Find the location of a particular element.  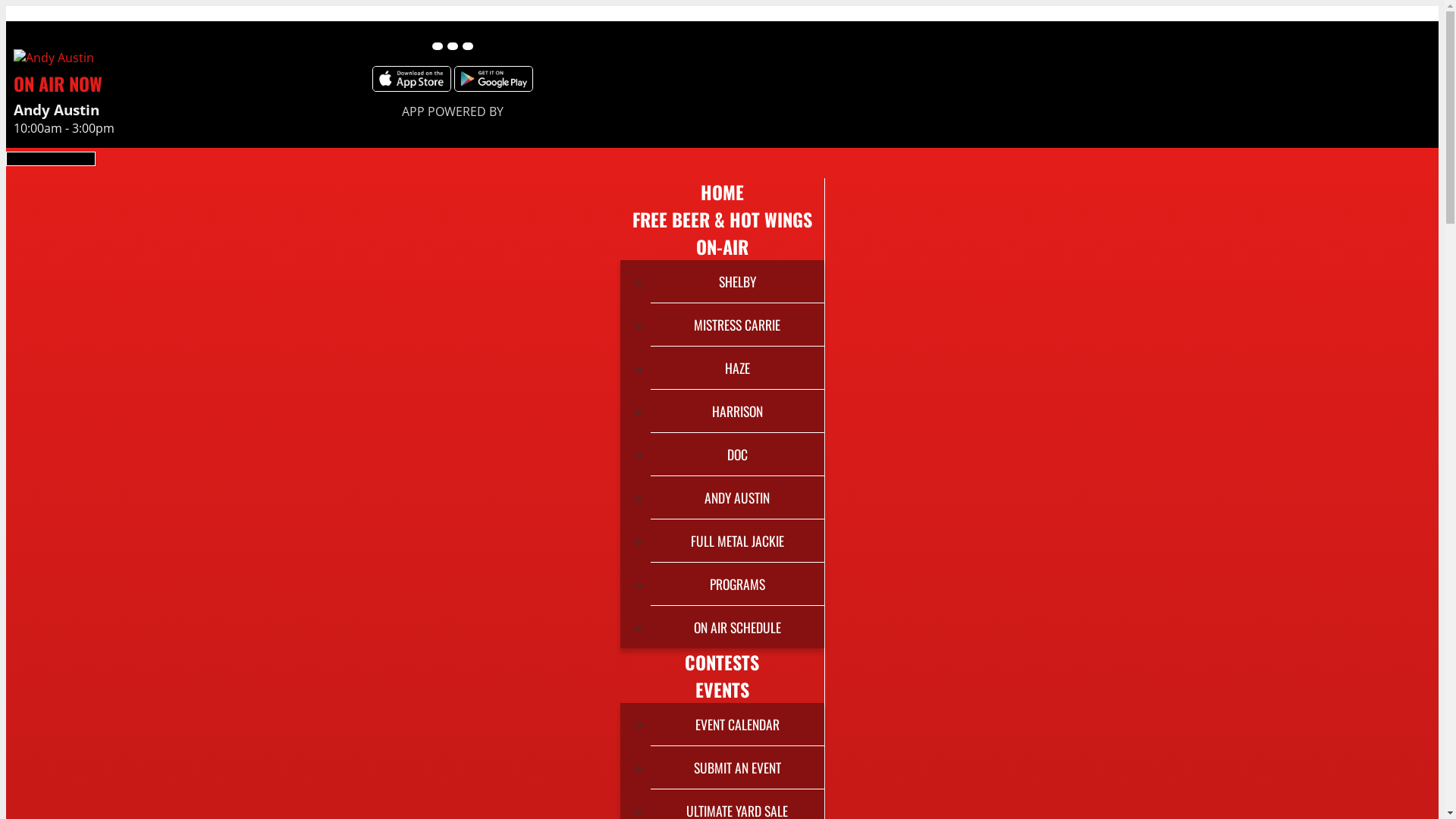

'DOC' is located at coordinates (651, 453).